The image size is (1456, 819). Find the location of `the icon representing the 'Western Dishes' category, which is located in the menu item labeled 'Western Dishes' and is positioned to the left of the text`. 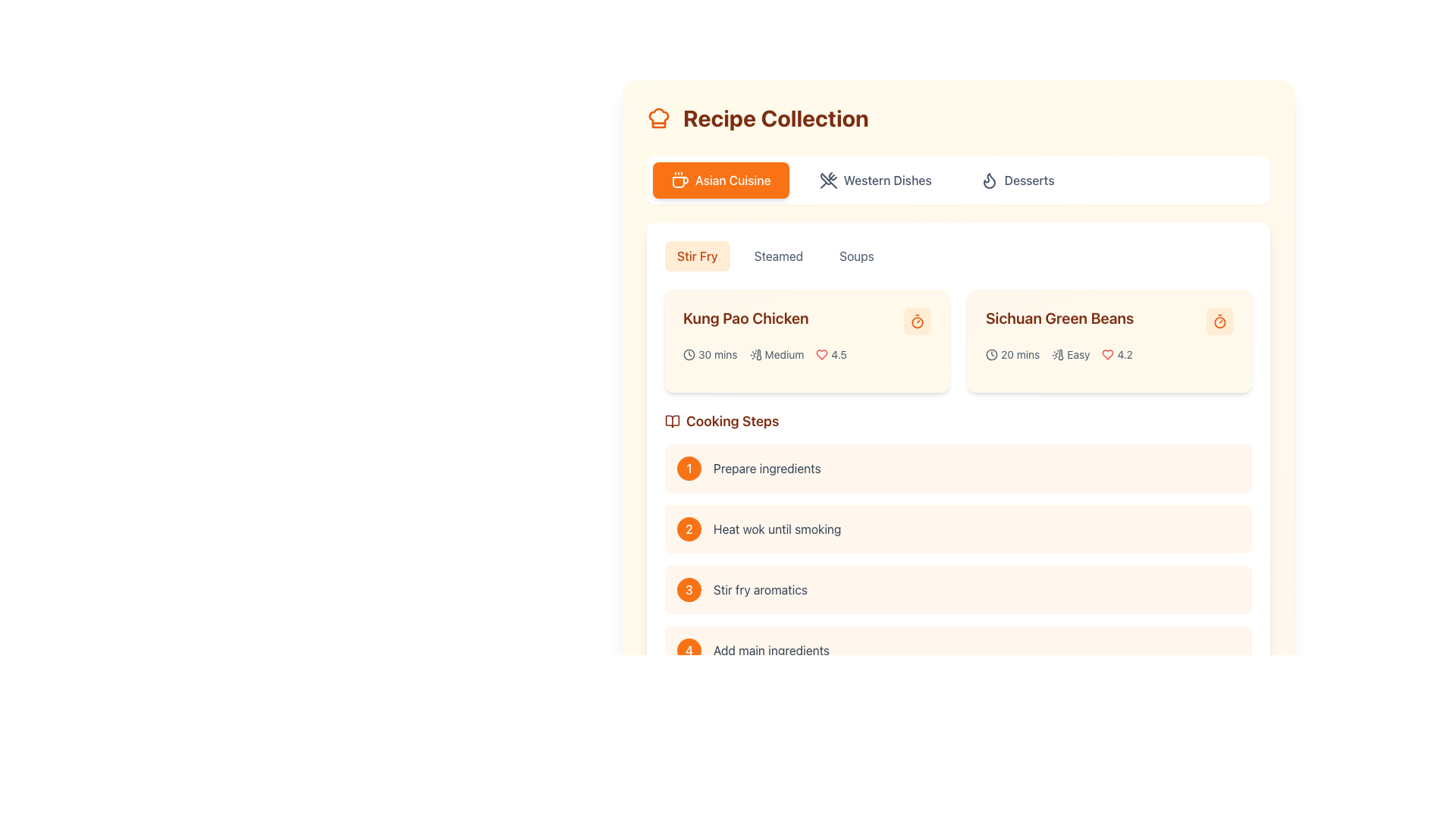

the icon representing the 'Western Dishes' category, which is located in the menu item labeled 'Western Dishes' and is positioned to the left of the text is located at coordinates (827, 180).